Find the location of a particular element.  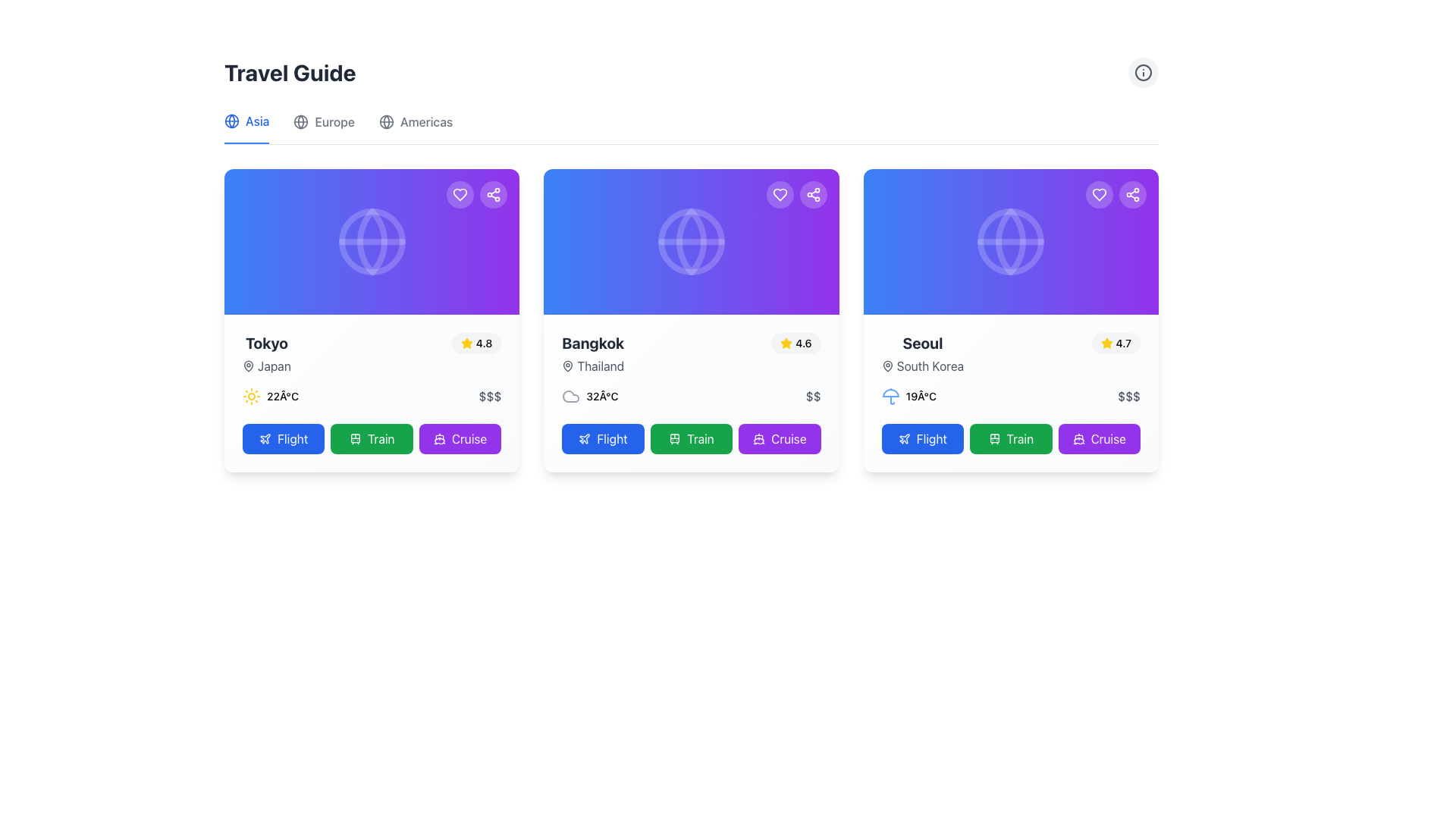

the ship icon with a purple background and white outline, located inside the 'Cruise' button at the bottom-right corner of the first card element is located at coordinates (438, 438).